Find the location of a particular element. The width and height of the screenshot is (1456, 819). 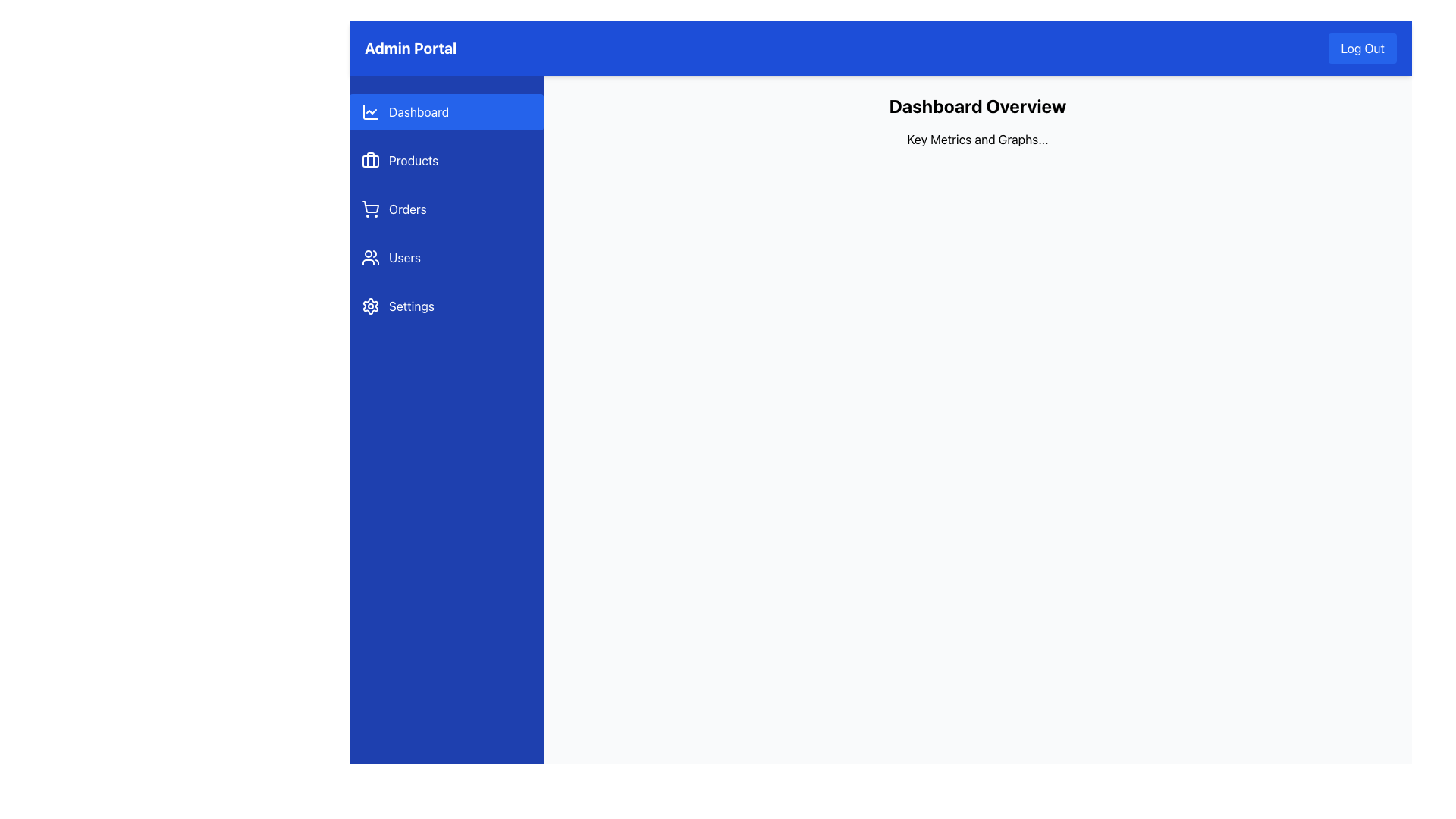

the navigational button located at the top of the vertical menu in the left sidebar is located at coordinates (446, 111).